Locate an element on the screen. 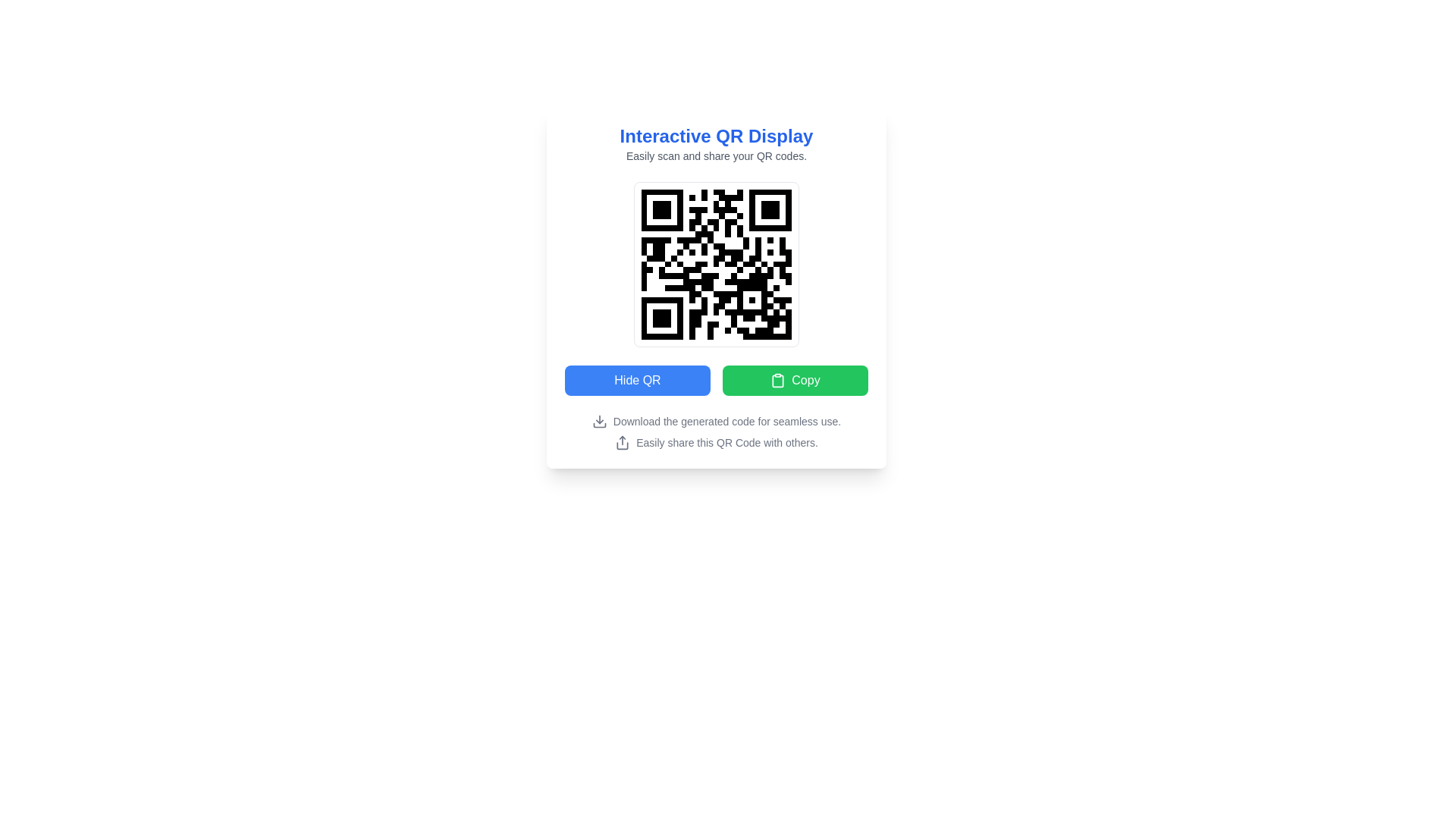  the clipboard icon within the green 'Copy' button, which is located to the right of the blue 'Hide QR' button is located at coordinates (778, 379).